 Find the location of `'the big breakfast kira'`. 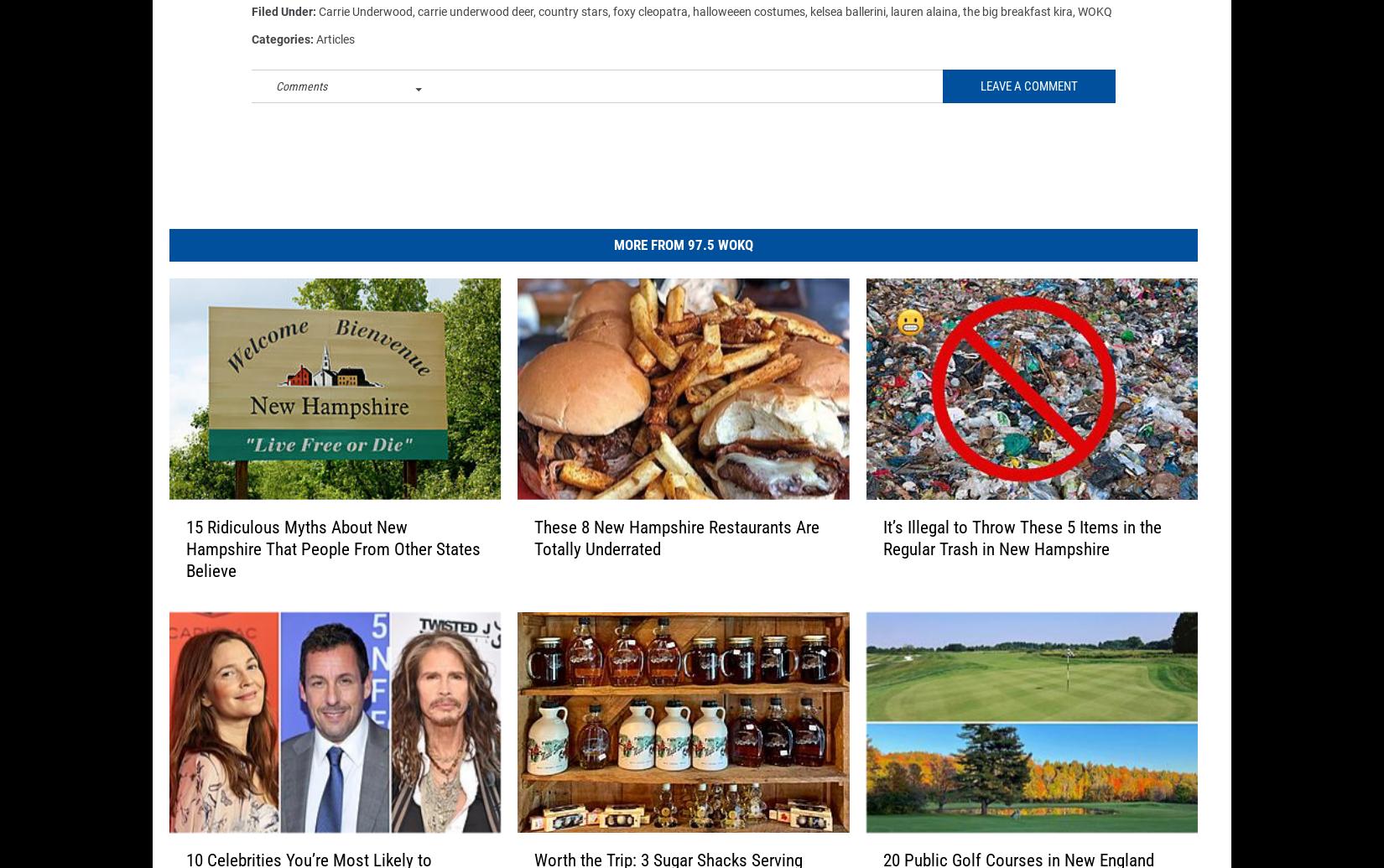

'the big breakfast kira' is located at coordinates (1017, 23).